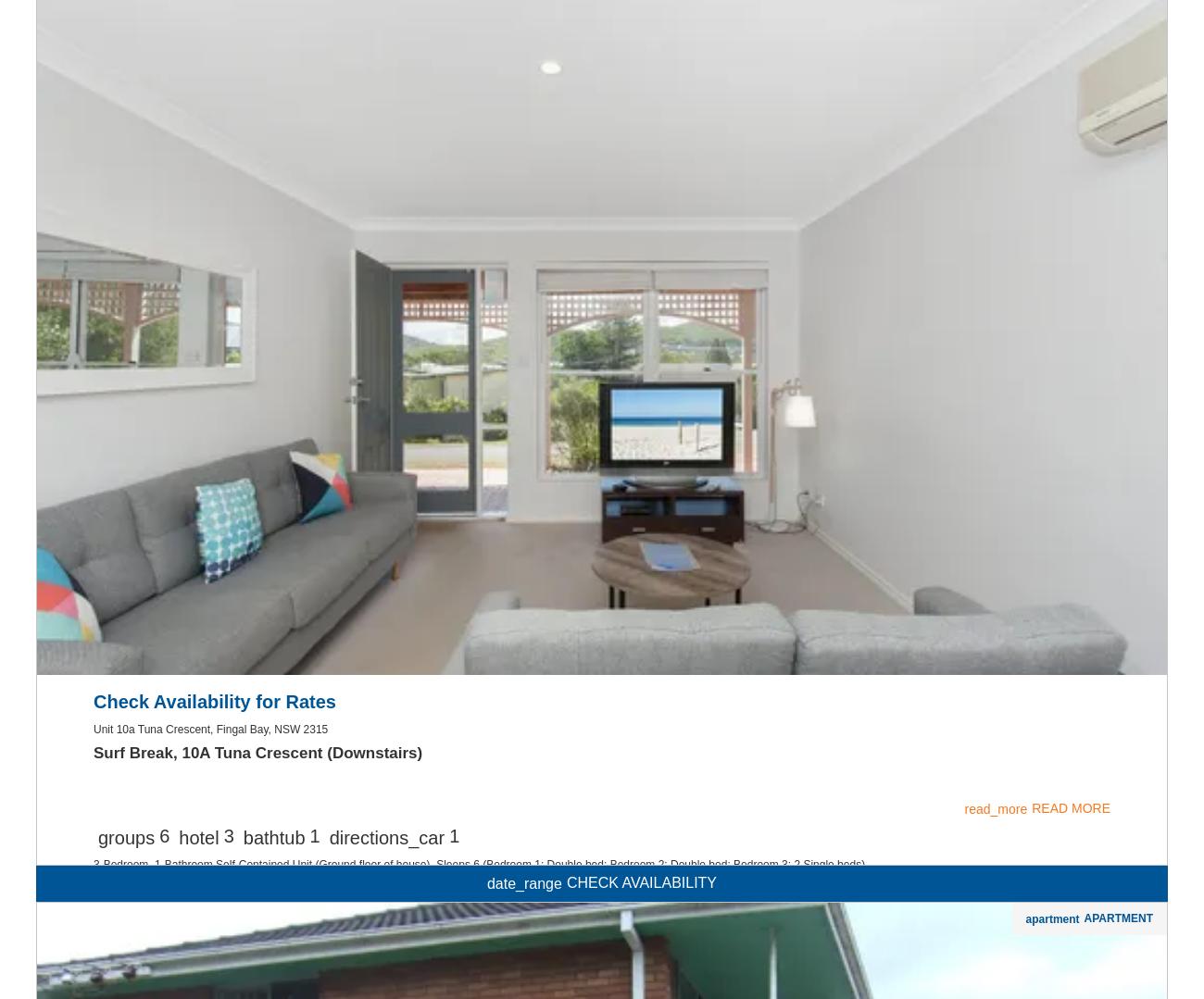 The width and height of the screenshot is (1204, 999). I want to click on 'Luskin Lodge, Unit 15/29 Weatherly Close', so click(247, 24).